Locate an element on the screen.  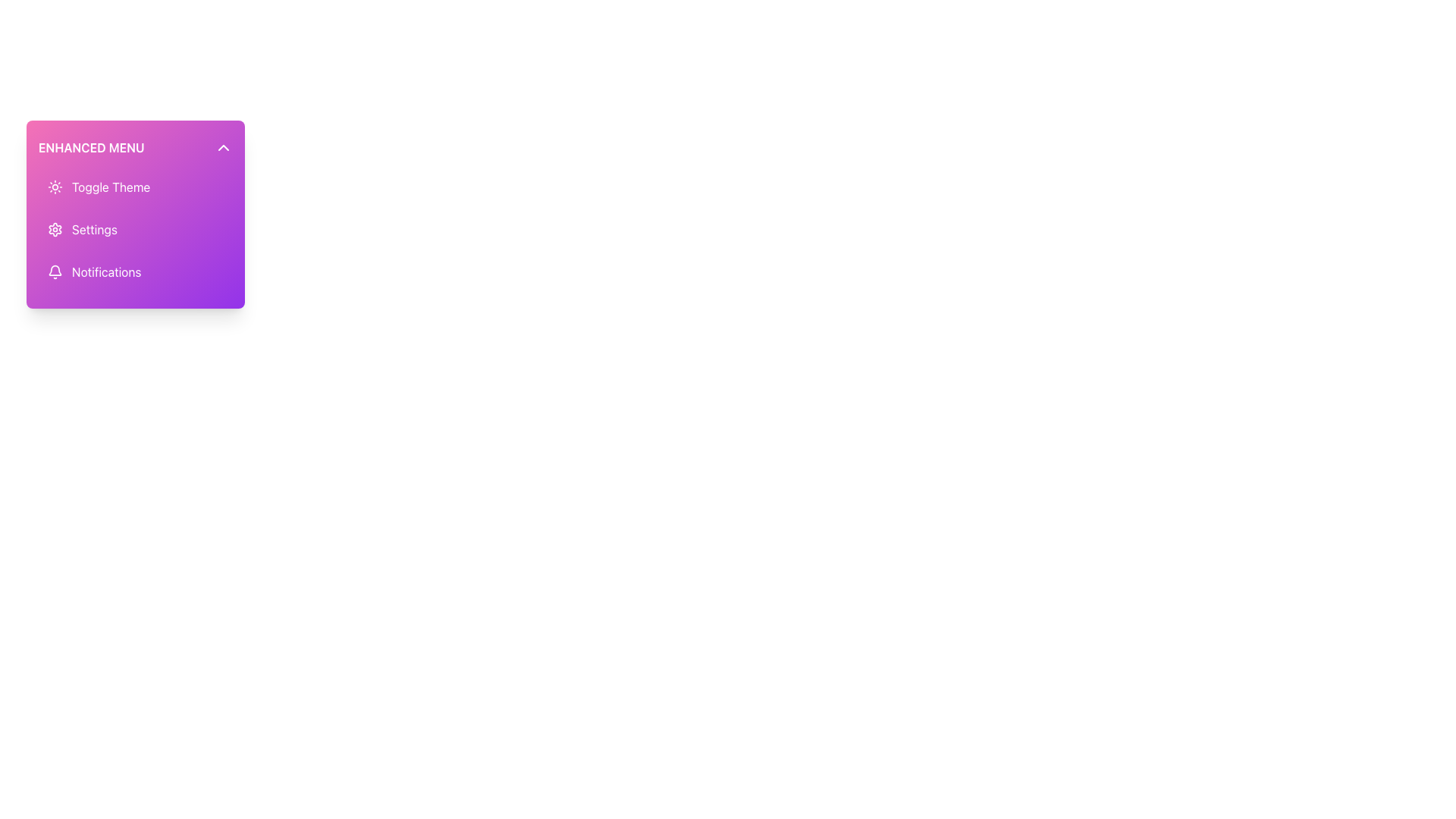
the gear-shaped decorative icon representing the settings option, which is positioned next to the 'Settings' label in the Enhanced Menu is located at coordinates (55, 230).